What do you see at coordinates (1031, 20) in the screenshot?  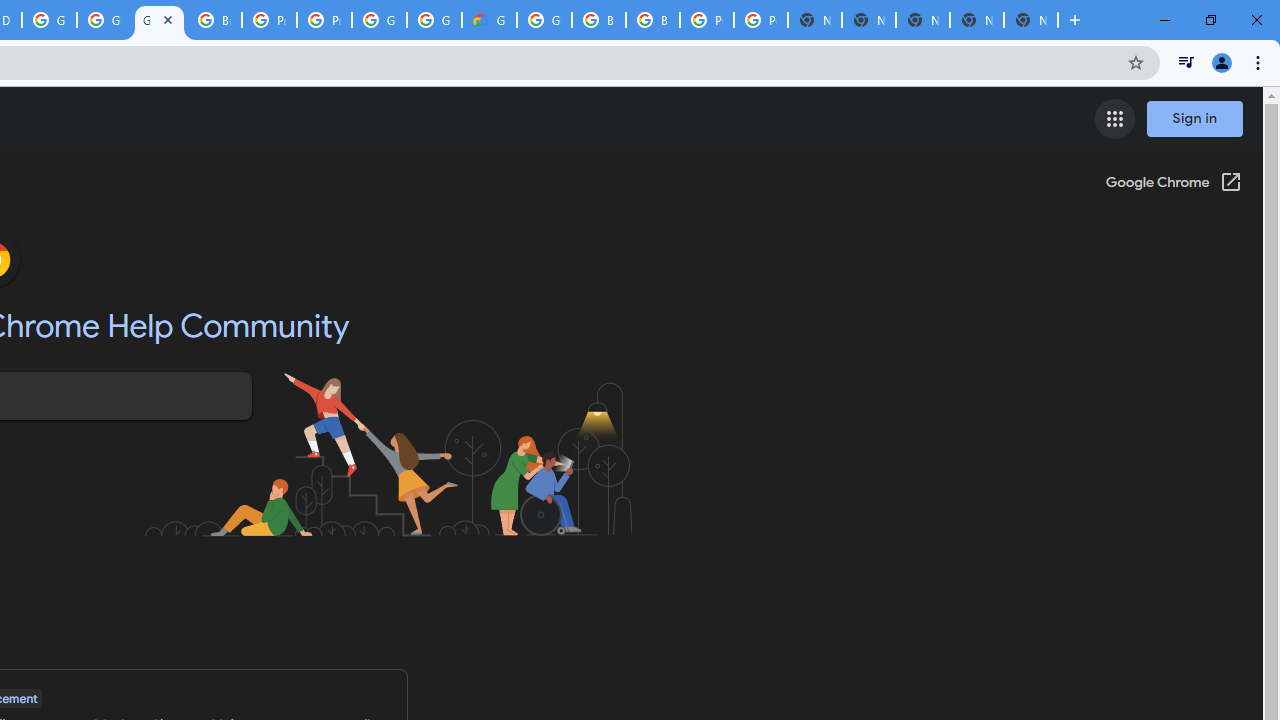 I see `'New Tab'` at bounding box center [1031, 20].